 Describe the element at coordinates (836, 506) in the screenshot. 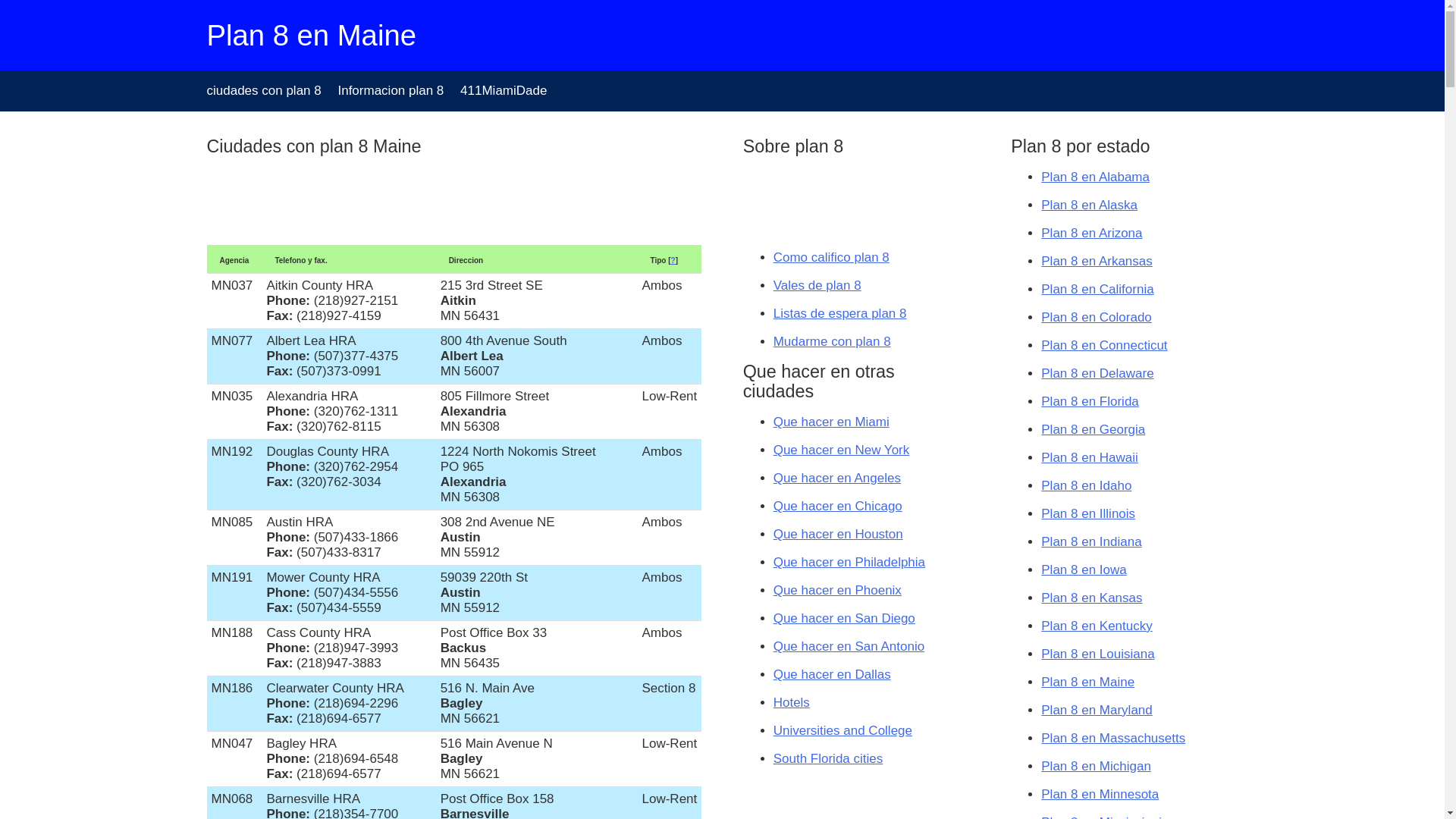

I see `'Que hacer en Chicago'` at that location.